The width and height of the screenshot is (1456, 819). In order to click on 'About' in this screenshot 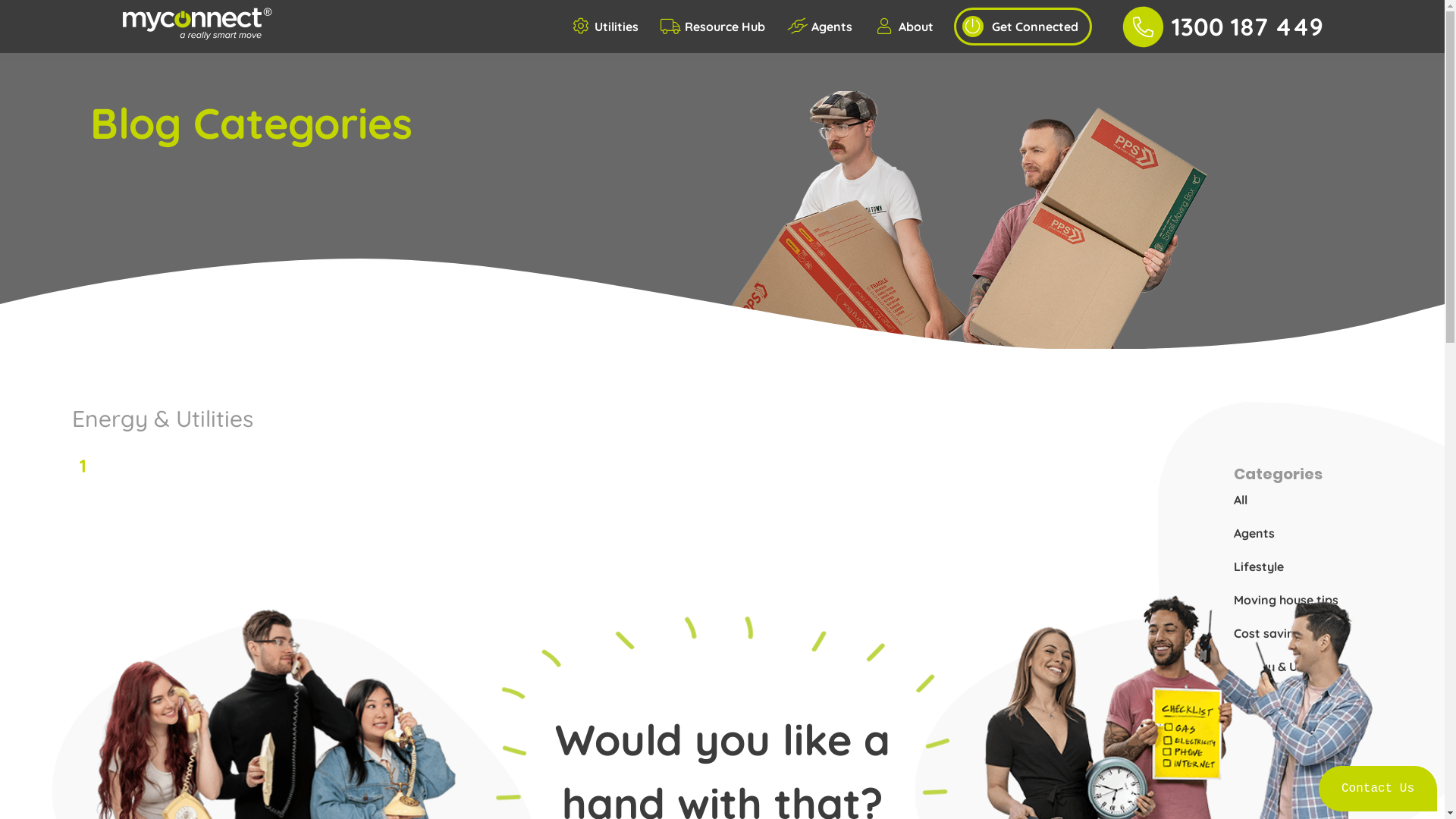, I will do `click(905, 26)`.